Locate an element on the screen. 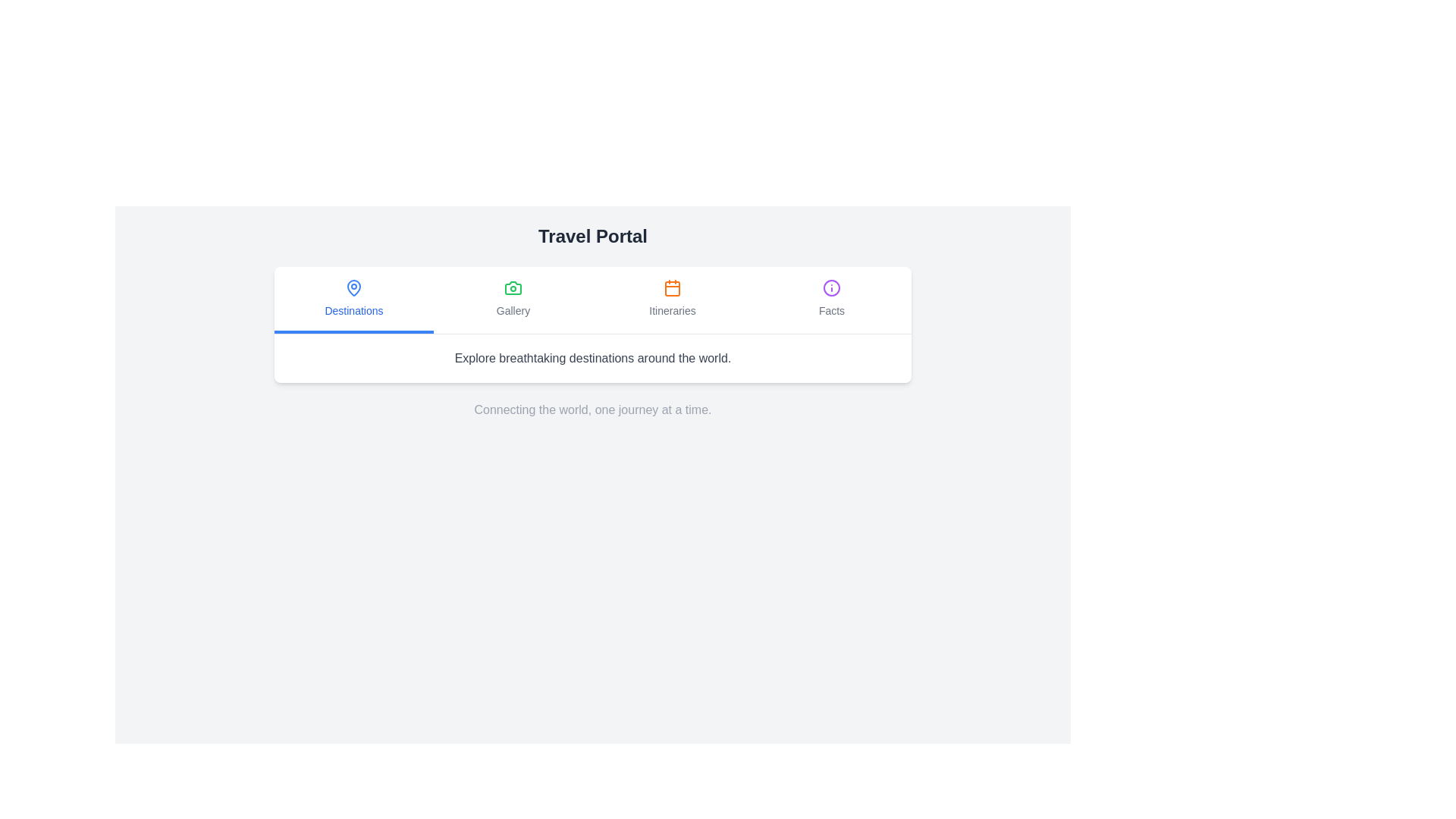  the text label located directly below the circular information icon in the top navigation section is located at coordinates (830, 309).